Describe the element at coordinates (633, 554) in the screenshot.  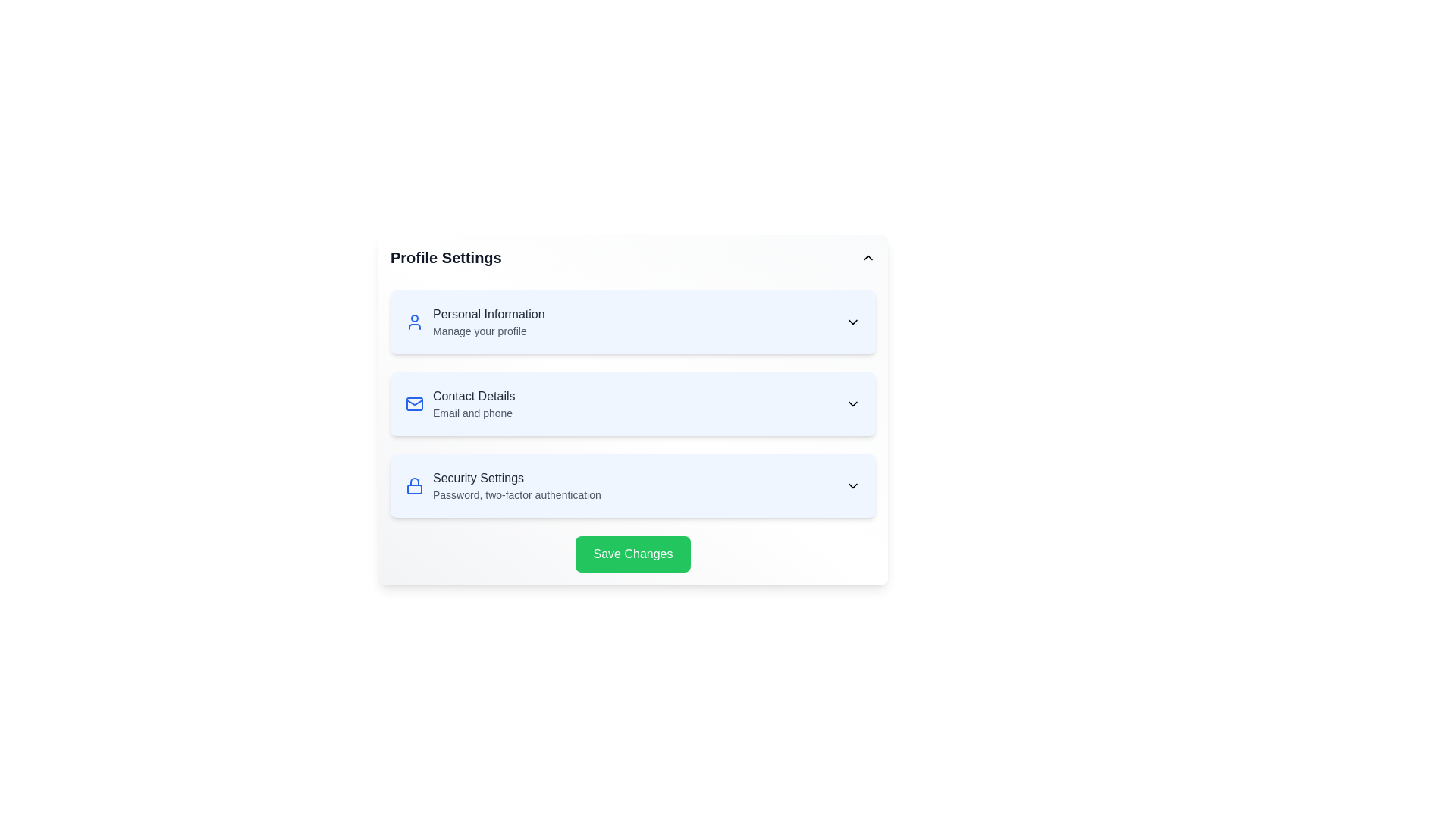
I see `the 'Save Changes' button with a green background and white text` at that location.